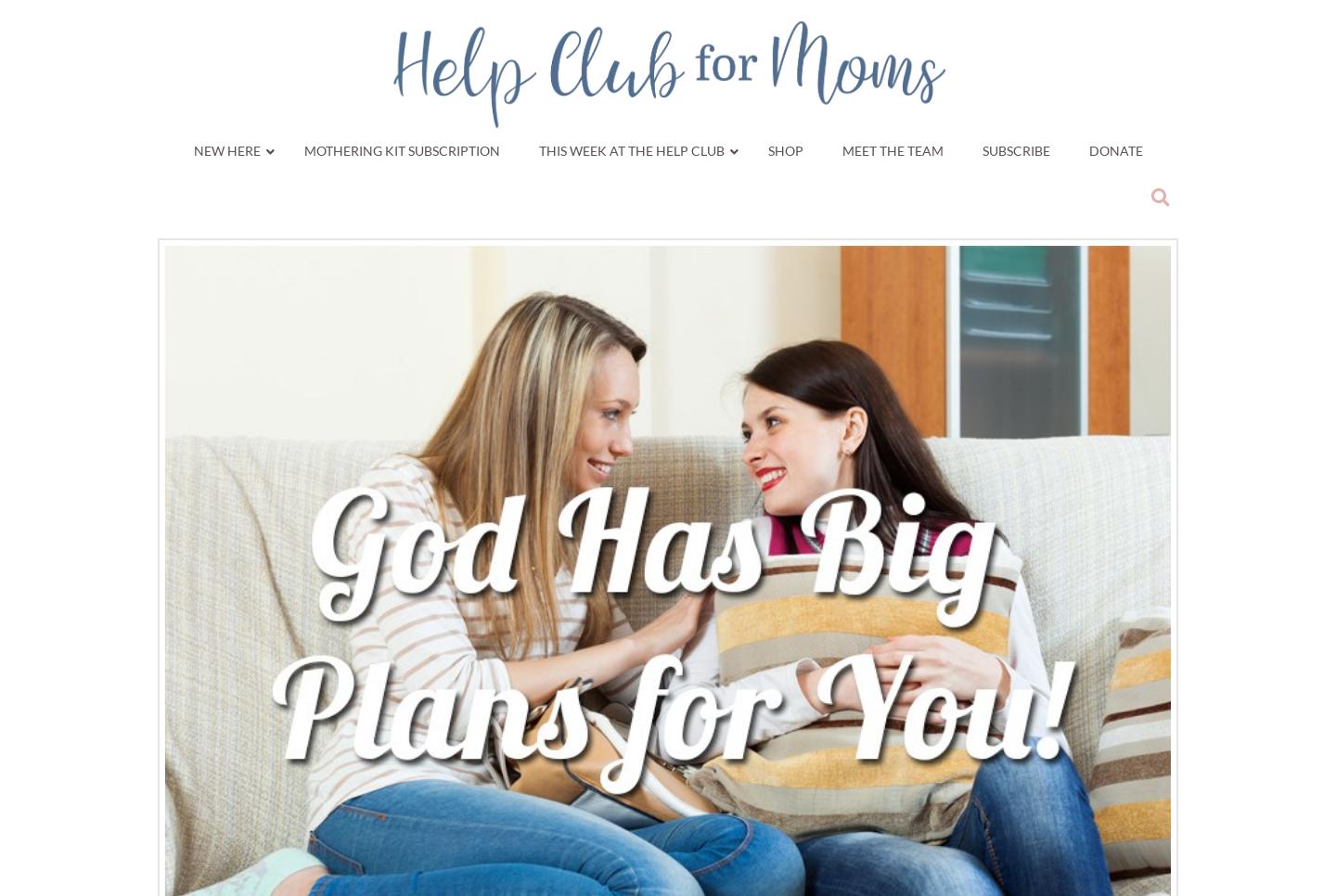 The width and height of the screenshot is (1336, 896). Describe the element at coordinates (1025, 432) in the screenshot. I see `'Where Do You Shine Your Spotlight?'` at that location.